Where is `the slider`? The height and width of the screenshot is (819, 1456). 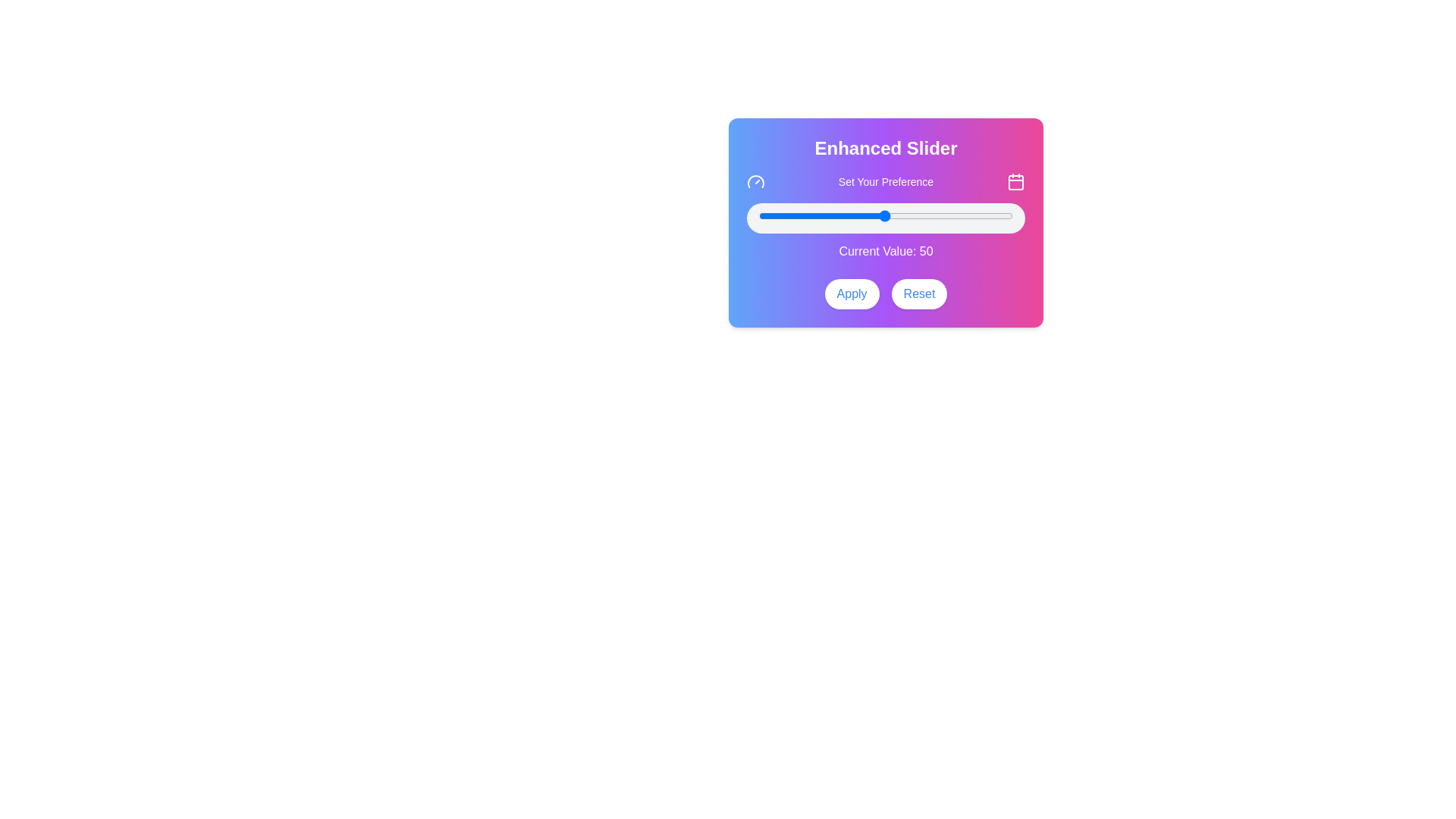 the slider is located at coordinates (968, 216).